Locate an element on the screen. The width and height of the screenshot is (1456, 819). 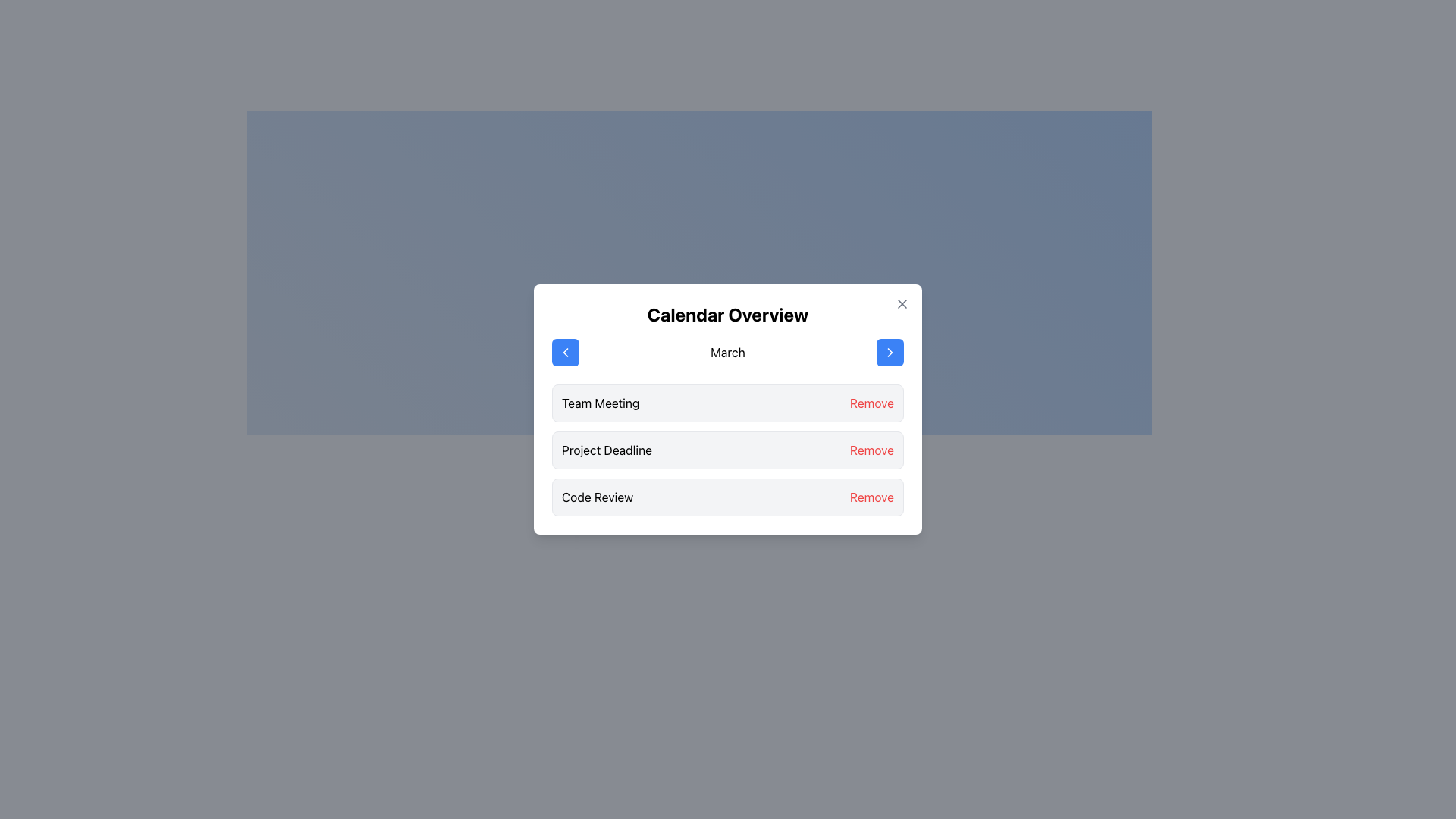
the blue circular button containing the chevron icon pointing to the left is located at coordinates (564, 353).